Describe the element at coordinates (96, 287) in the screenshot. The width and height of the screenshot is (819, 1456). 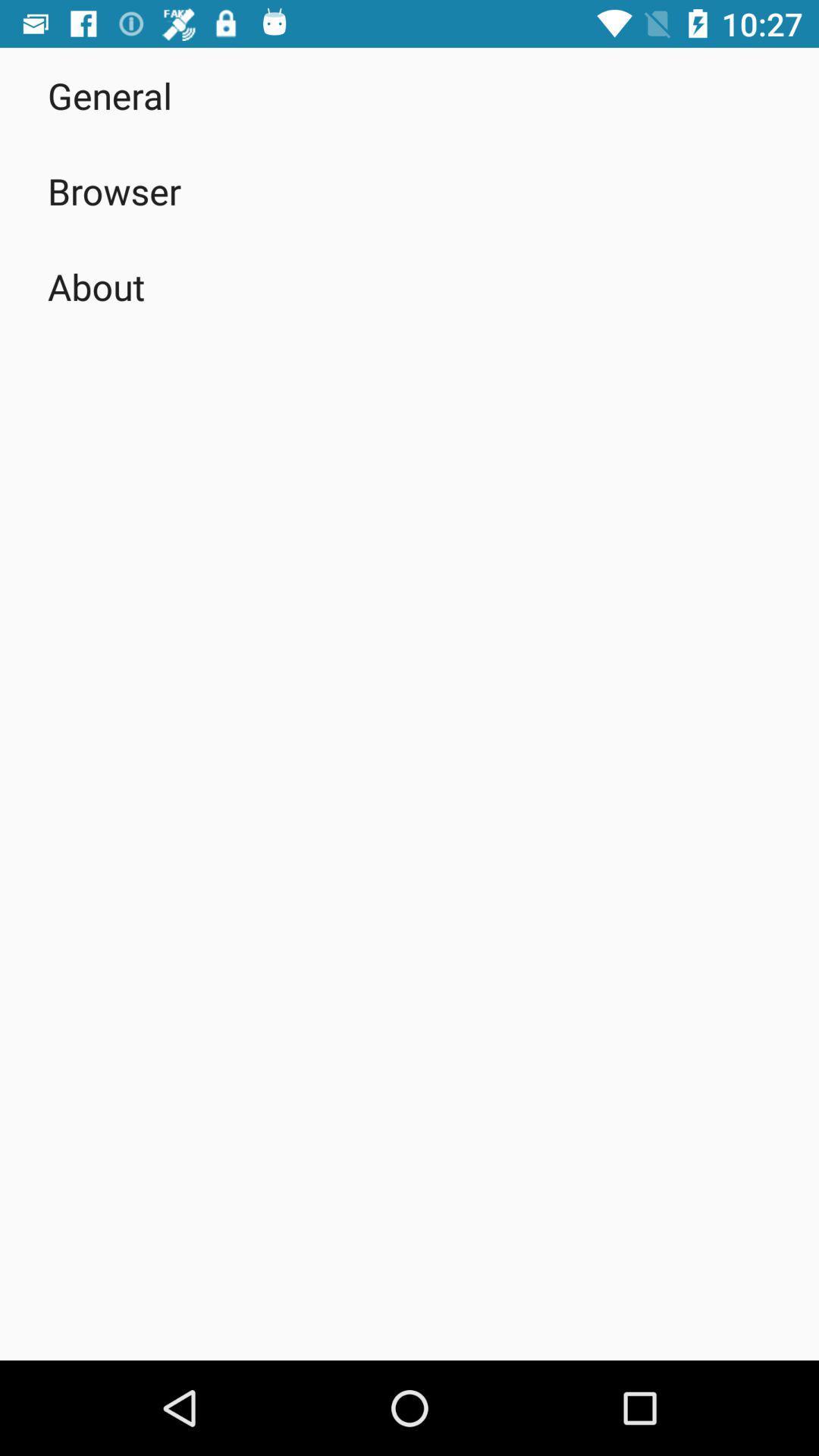
I see `the about app` at that location.